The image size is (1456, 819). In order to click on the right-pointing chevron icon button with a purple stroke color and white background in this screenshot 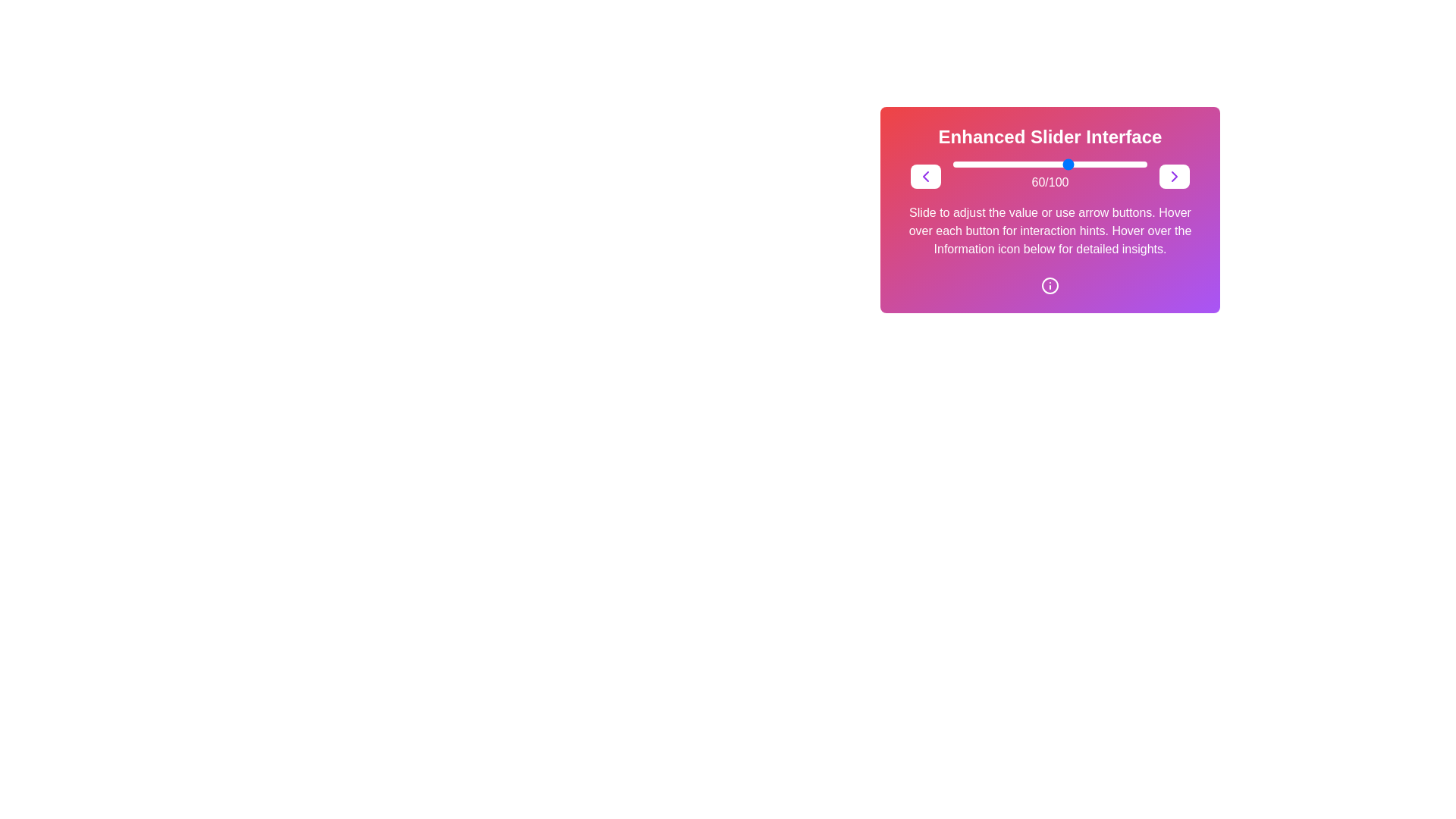, I will do `click(1174, 175)`.